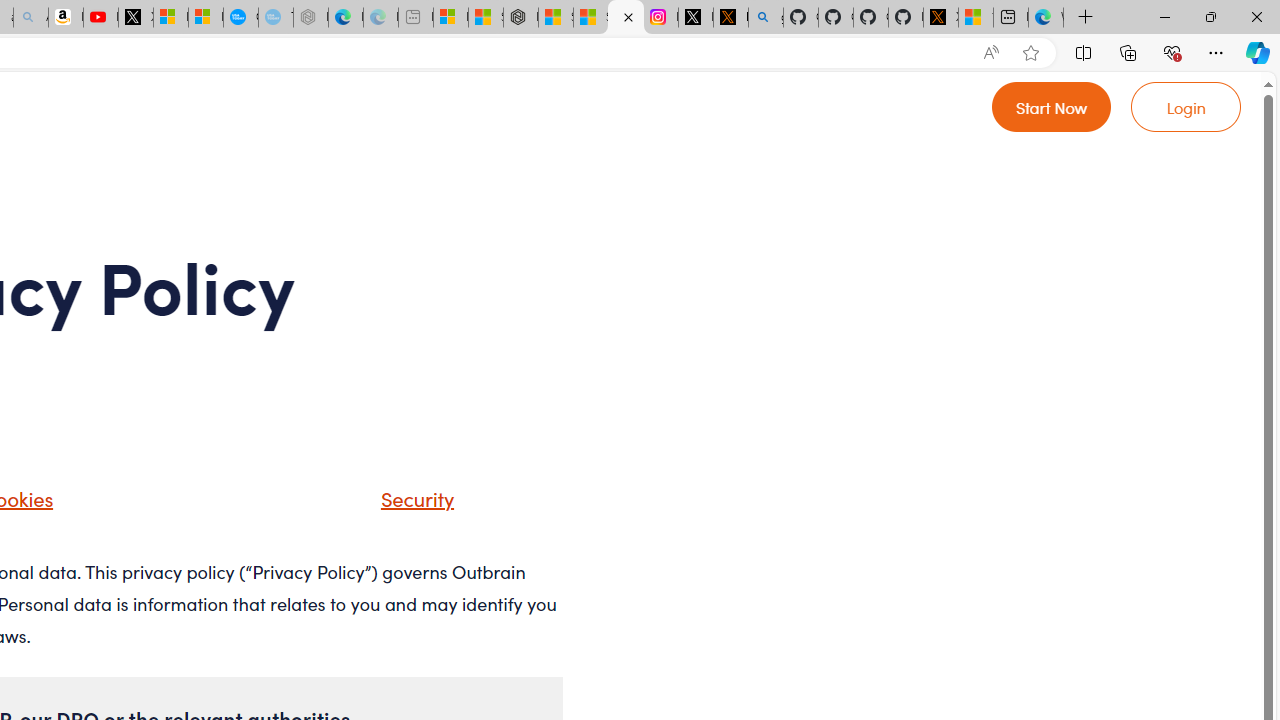 This screenshot has width=1280, height=720. I want to click on 'Day 1: Arriving in Yemen (surreal to be here) - YouTube', so click(100, 17).